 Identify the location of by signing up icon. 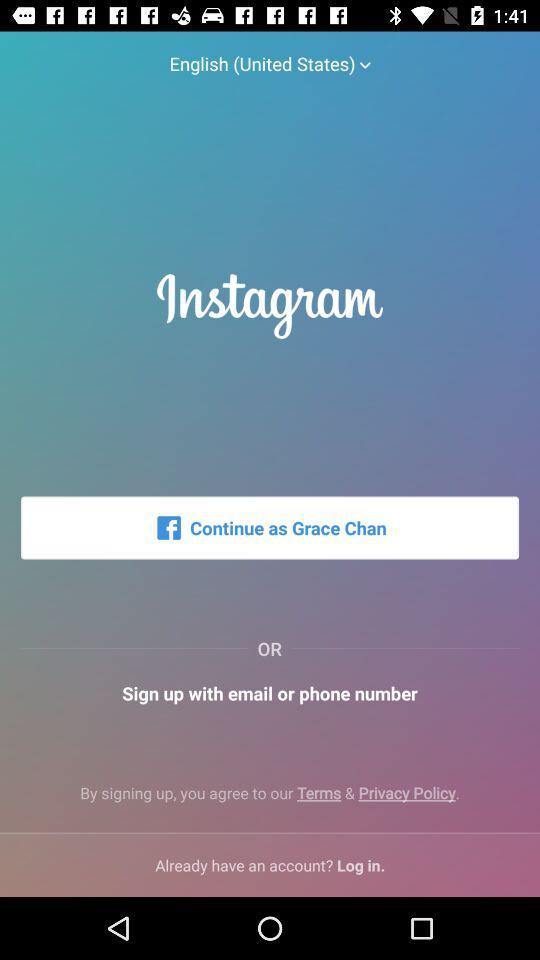
(270, 801).